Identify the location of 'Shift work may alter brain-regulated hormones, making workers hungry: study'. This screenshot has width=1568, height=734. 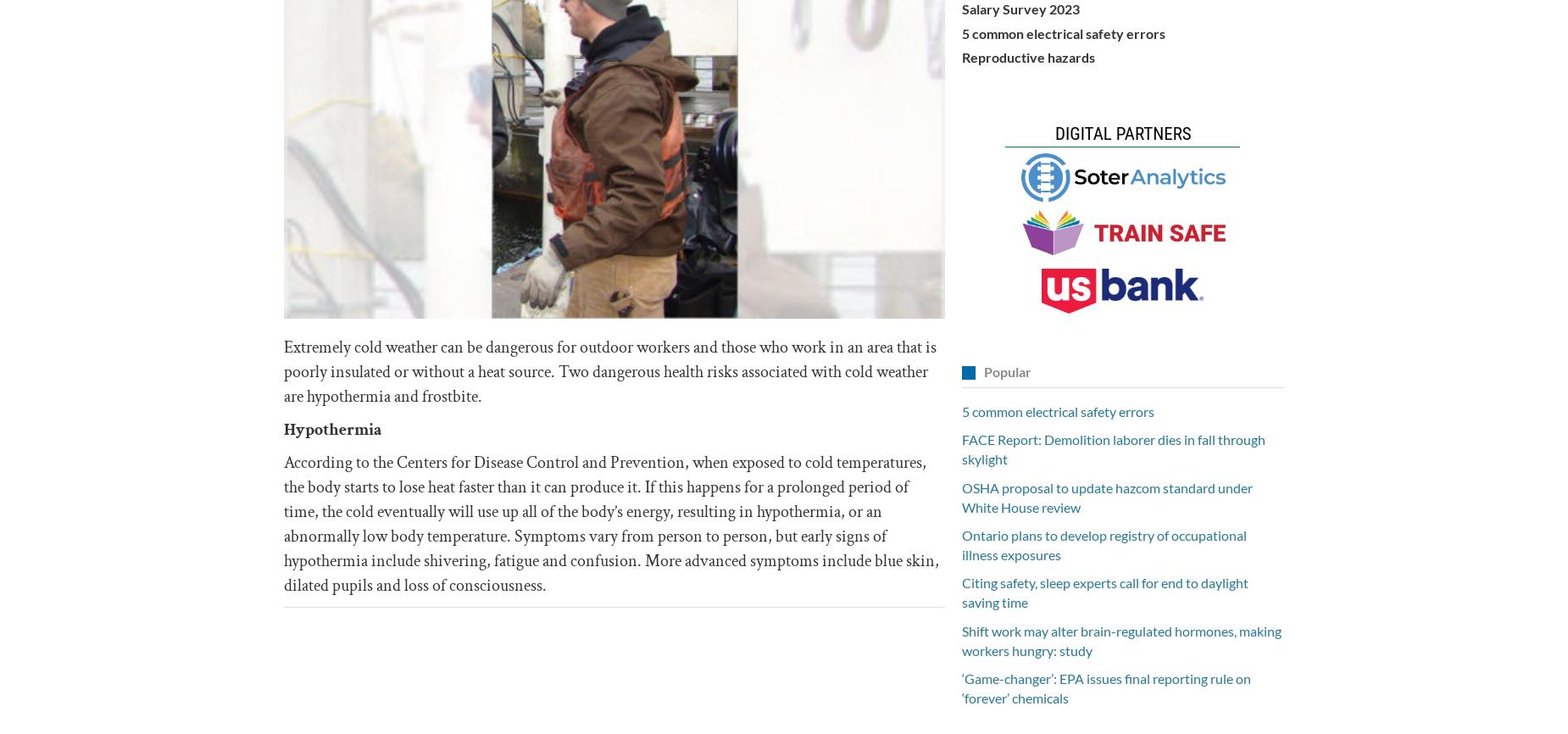
(960, 638).